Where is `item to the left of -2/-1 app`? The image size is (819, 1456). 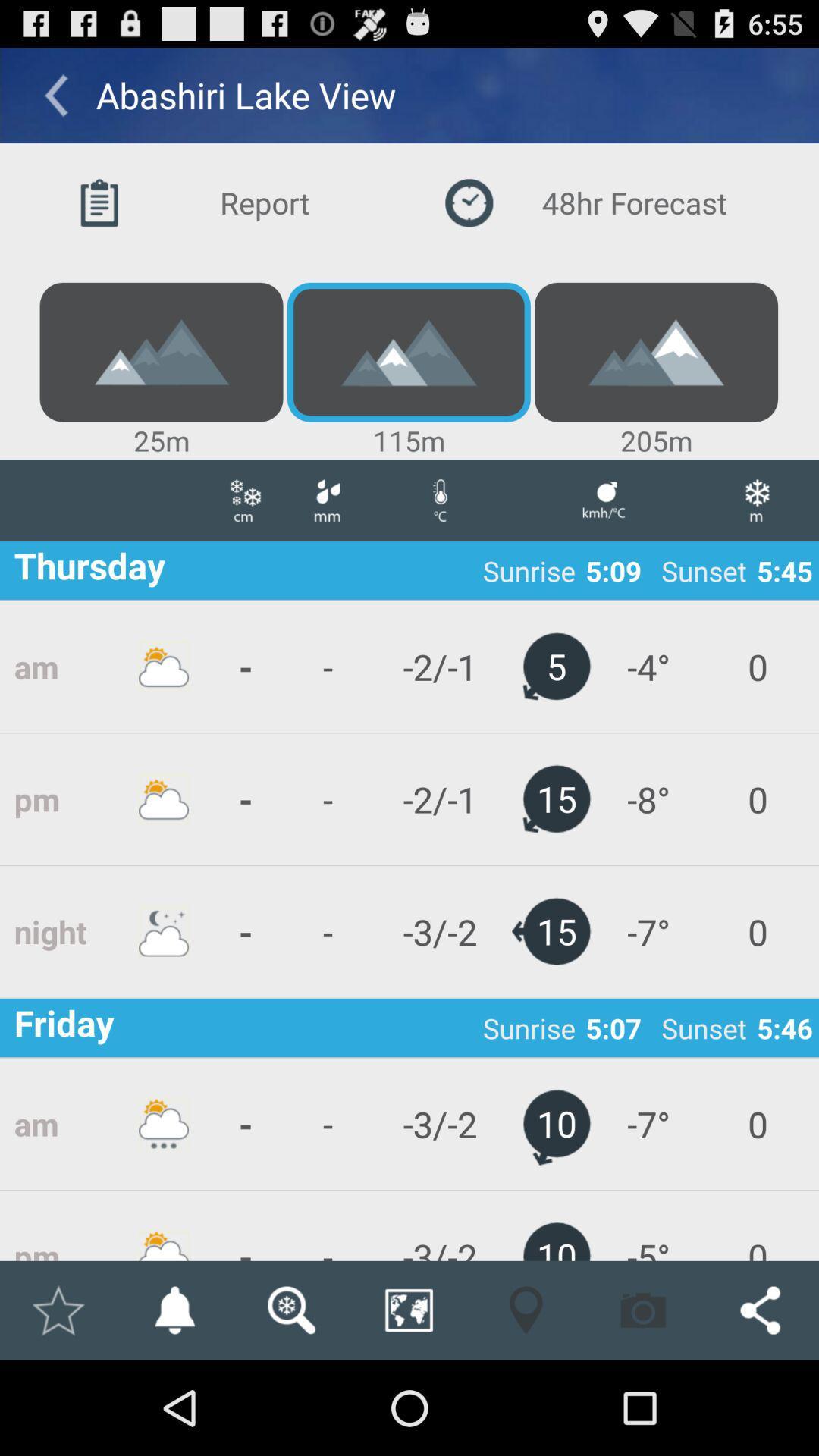 item to the left of -2/-1 app is located at coordinates (327, 930).